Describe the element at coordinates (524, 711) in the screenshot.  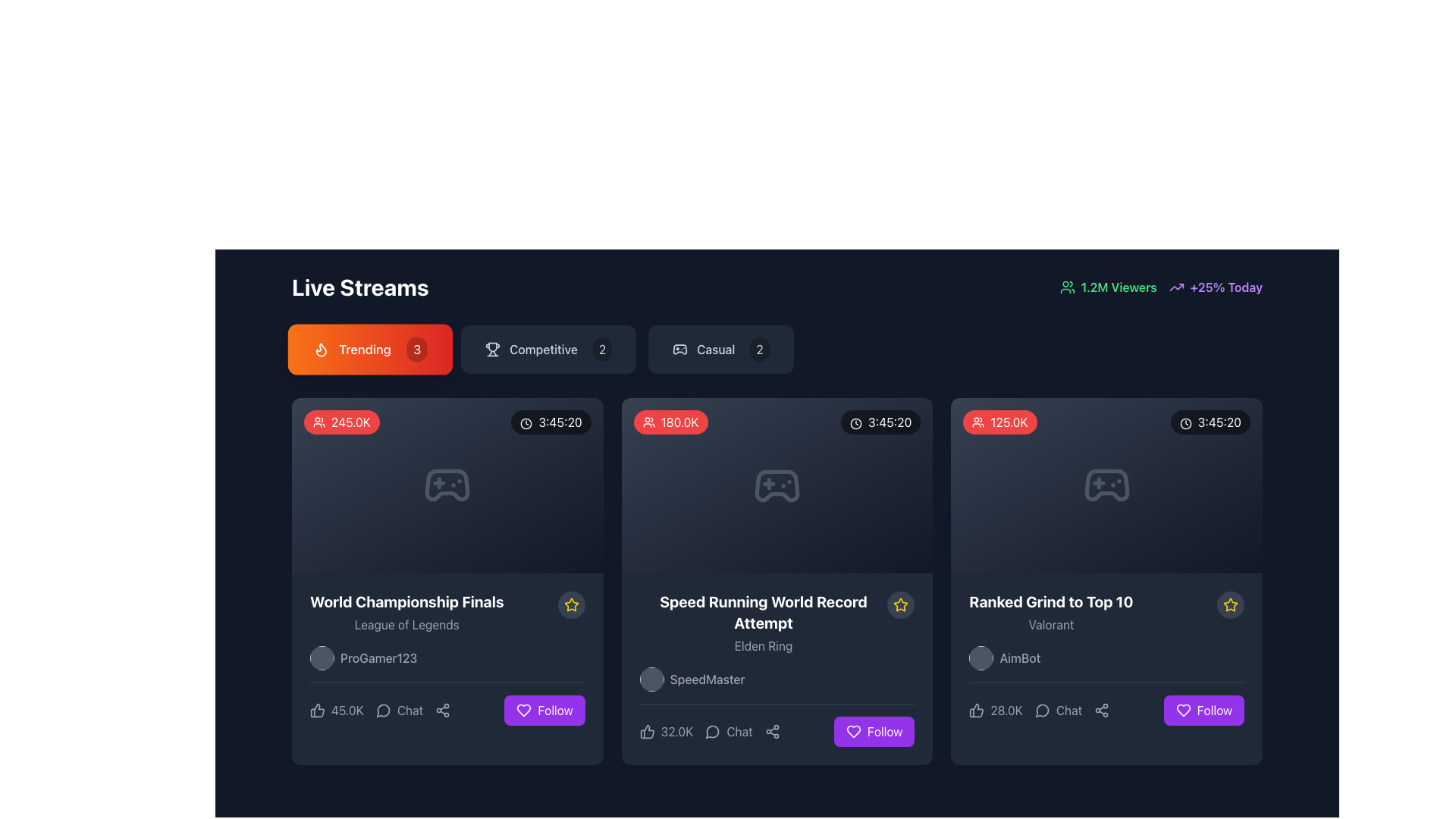
I see `the heart-shaped icon with a purple fill and white outline, located above the 'Follow' button in the bottom-right section of the card presenting live stream details` at that location.